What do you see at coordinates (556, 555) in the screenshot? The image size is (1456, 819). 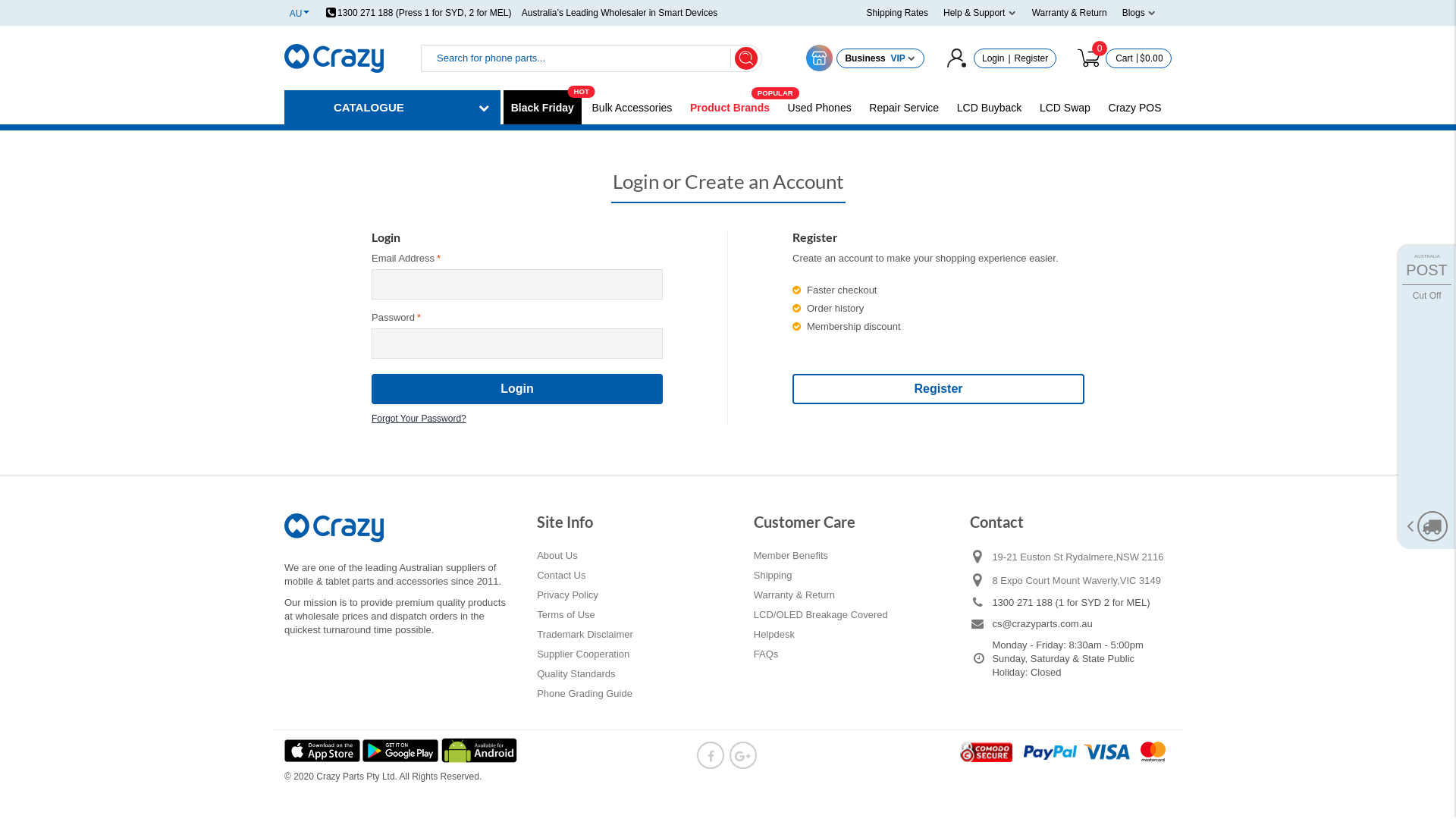 I see `'About Us'` at bounding box center [556, 555].